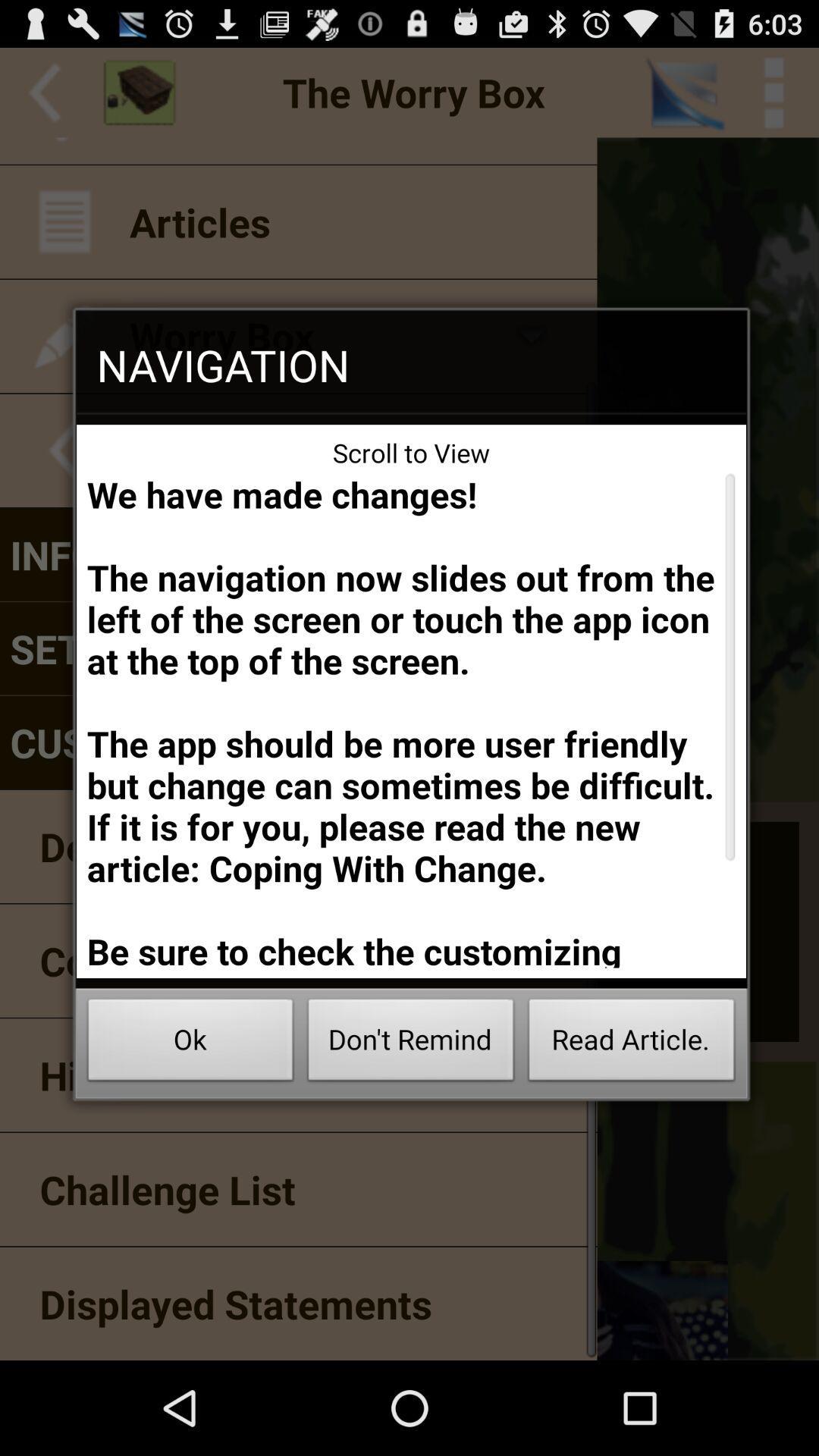  Describe the element at coordinates (190, 1043) in the screenshot. I see `item below the we have made item` at that location.